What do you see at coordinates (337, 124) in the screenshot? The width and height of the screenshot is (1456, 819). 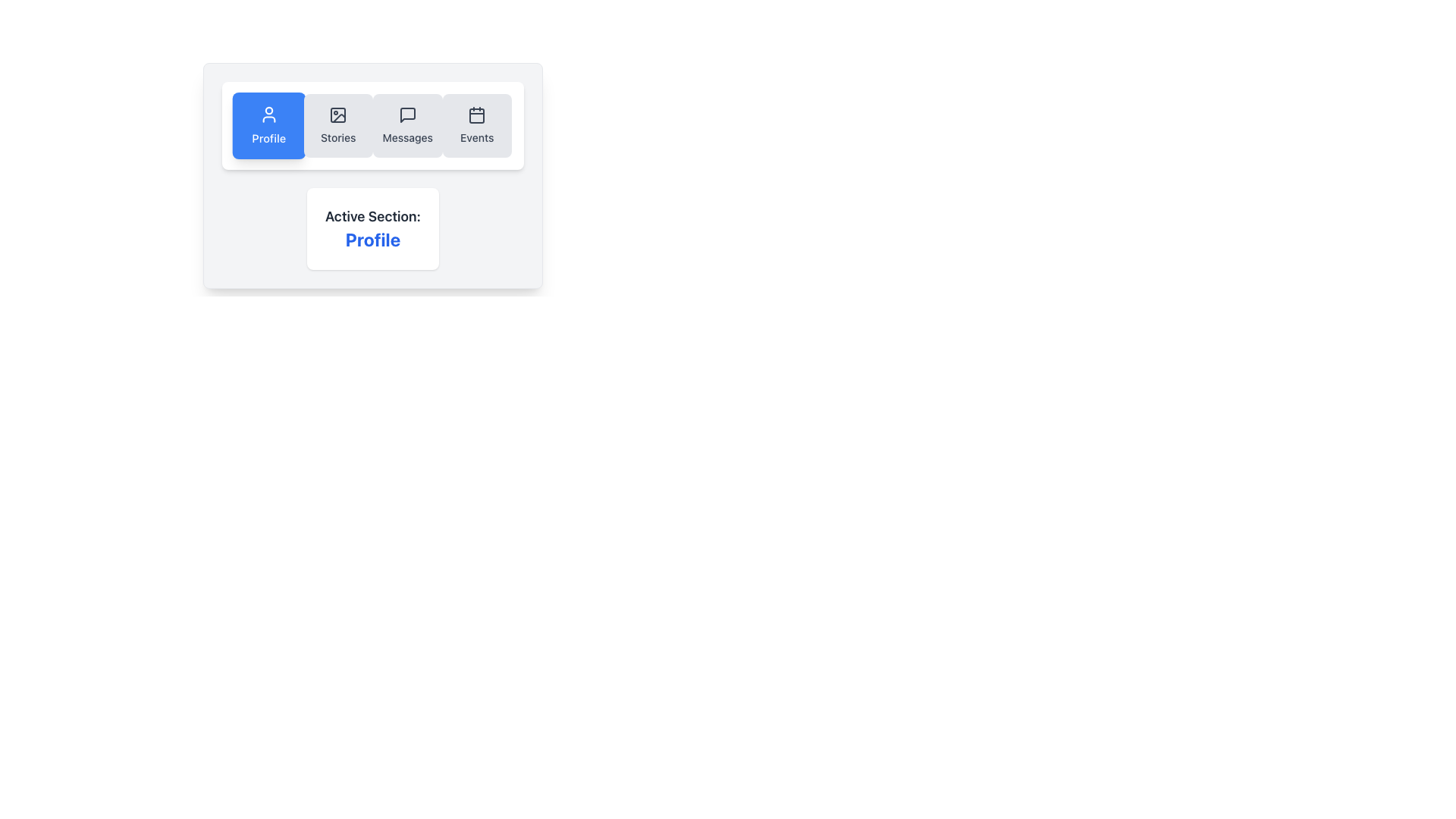 I see `the rectangular interactive button with a gray background and rounded corners that contains an icon of a mountain and sun above the text 'Stories'` at bounding box center [337, 124].